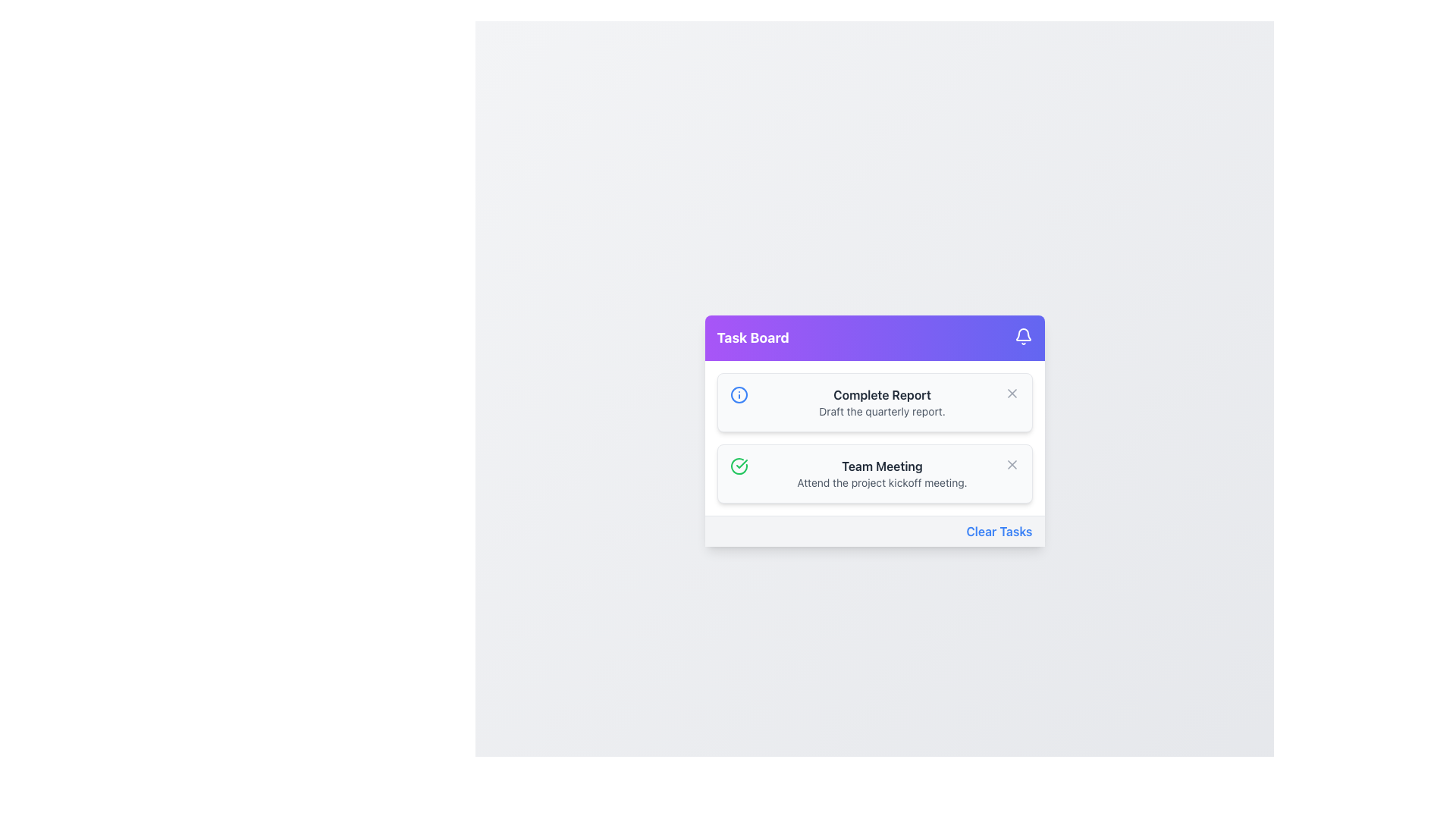 Image resolution: width=1456 pixels, height=819 pixels. What do you see at coordinates (1012, 392) in the screenshot?
I see `the close icon button in the upper-right corner of the task card titled 'Complete Report'` at bounding box center [1012, 392].